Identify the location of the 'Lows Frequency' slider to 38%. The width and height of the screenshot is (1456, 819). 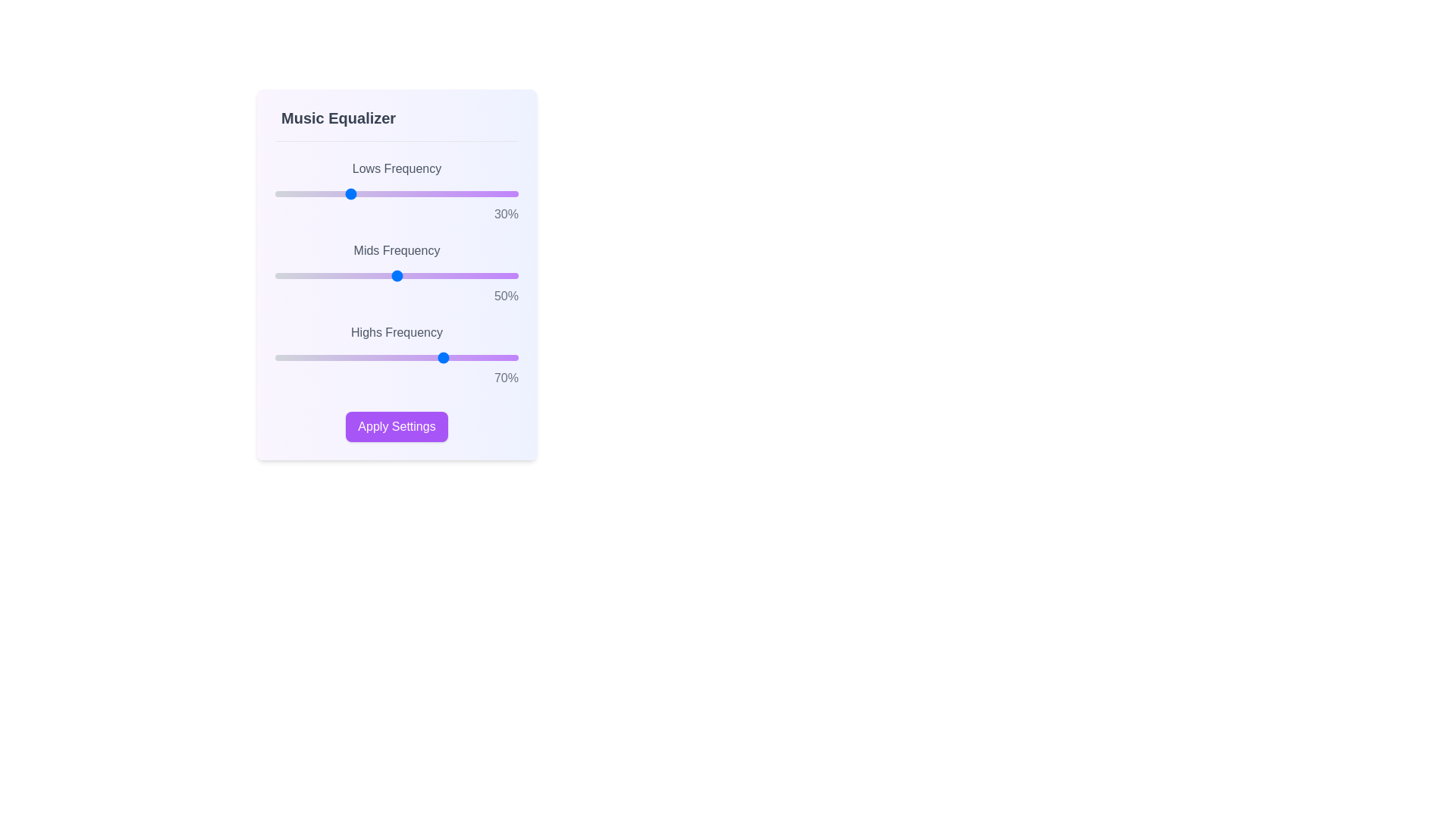
(367, 193).